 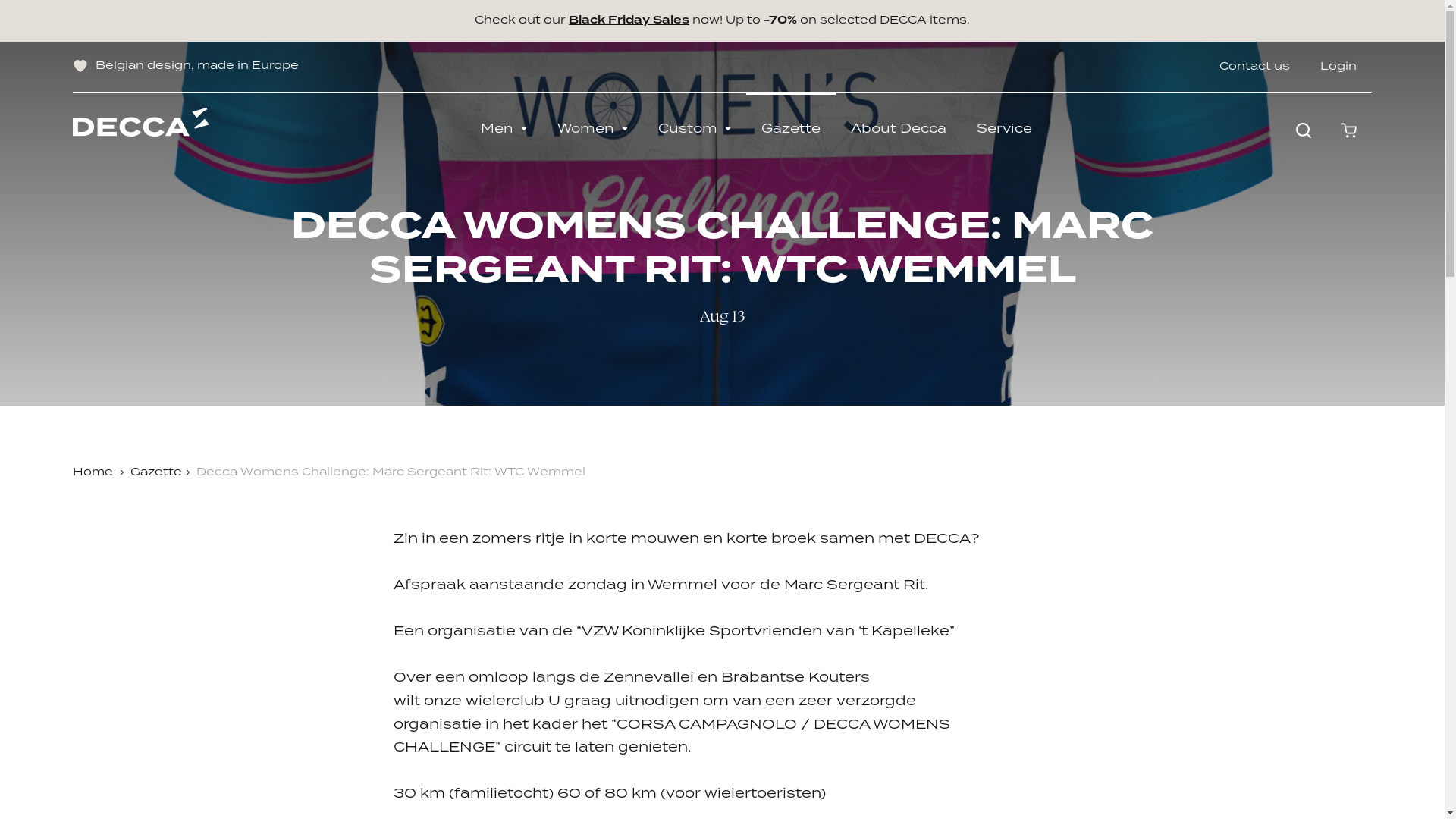 What do you see at coordinates (1325, 130) in the screenshot?
I see `'Cart'` at bounding box center [1325, 130].